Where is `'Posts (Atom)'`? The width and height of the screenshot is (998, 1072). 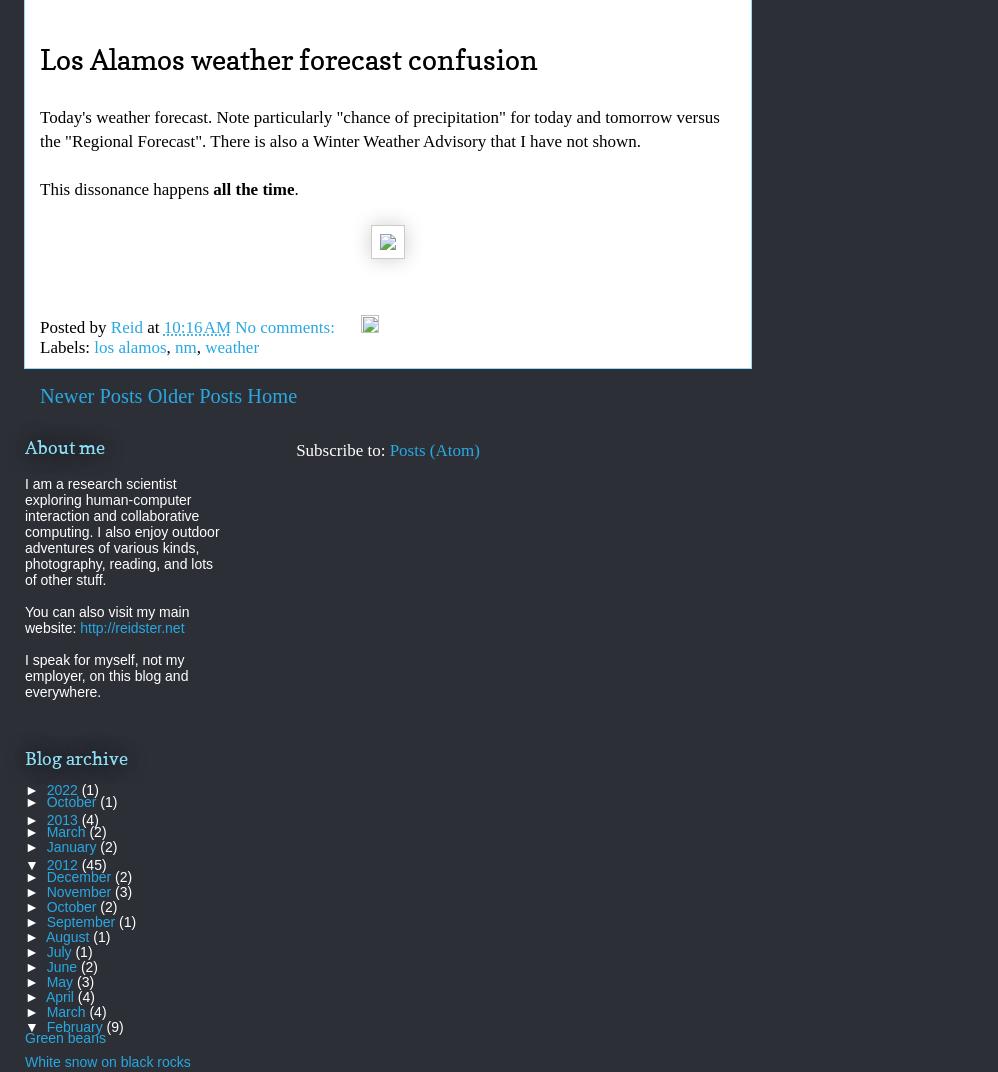
'Posts (Atom)' is located at coordinates (434, 449).